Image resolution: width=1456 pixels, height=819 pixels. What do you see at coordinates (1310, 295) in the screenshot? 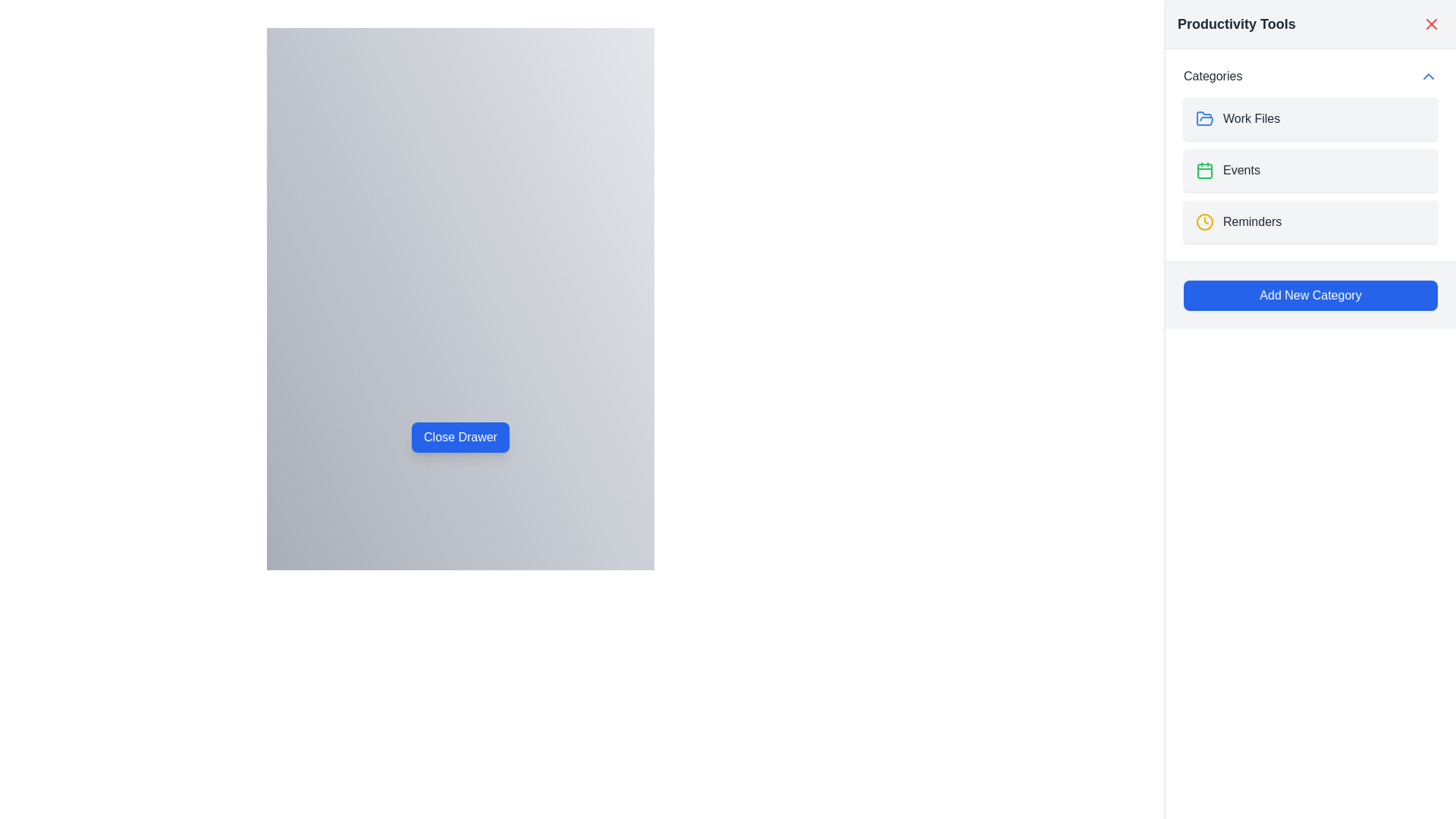
I see `the button that allows users to add a new category in the 'Productivity Tools' section` at bounding box center [1310, 295].